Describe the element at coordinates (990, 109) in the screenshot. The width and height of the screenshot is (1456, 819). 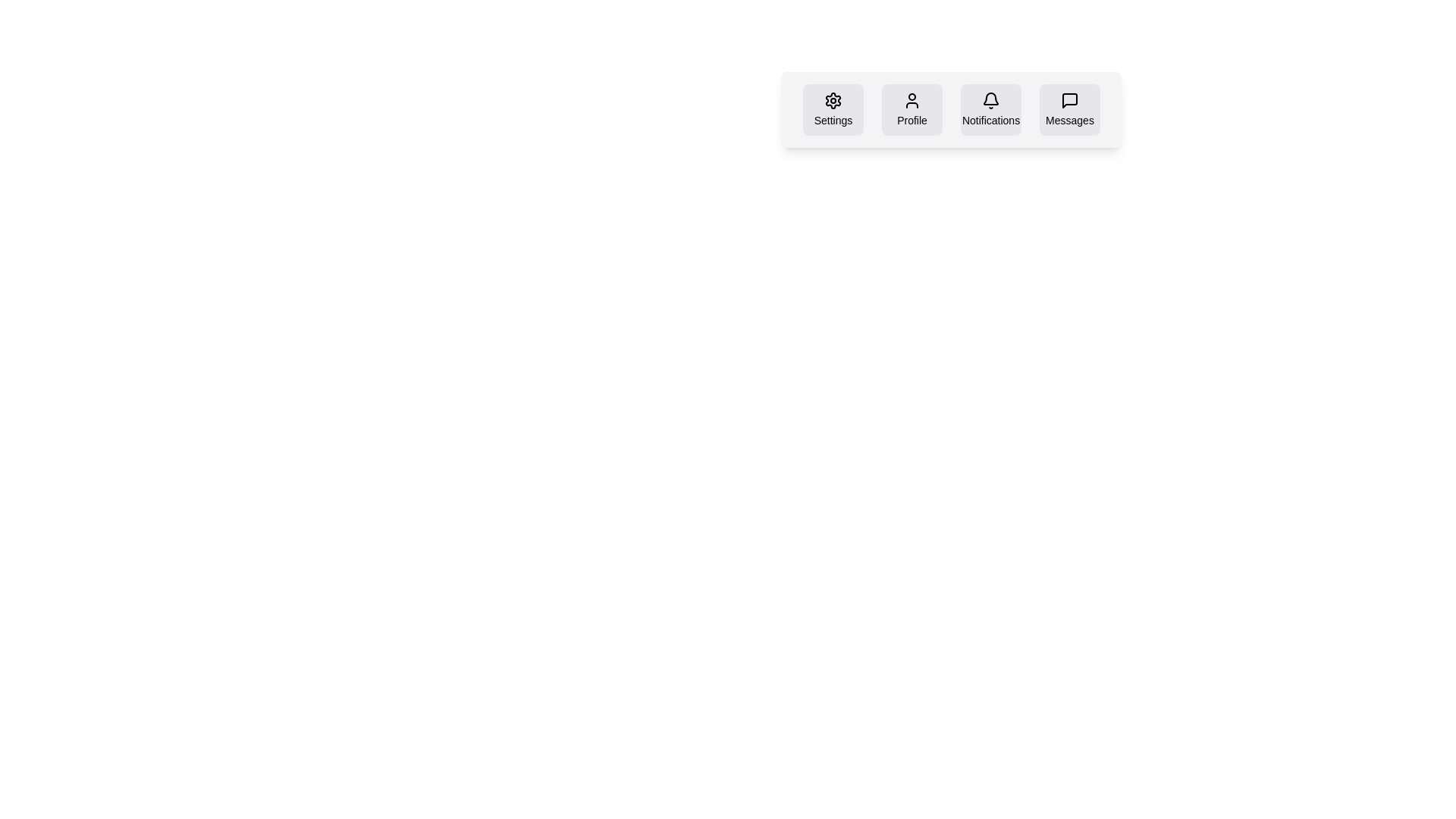
I see `the notifications button located in the horizontal menu bar between the 'Profile' and 'Messages' elements` at that location.